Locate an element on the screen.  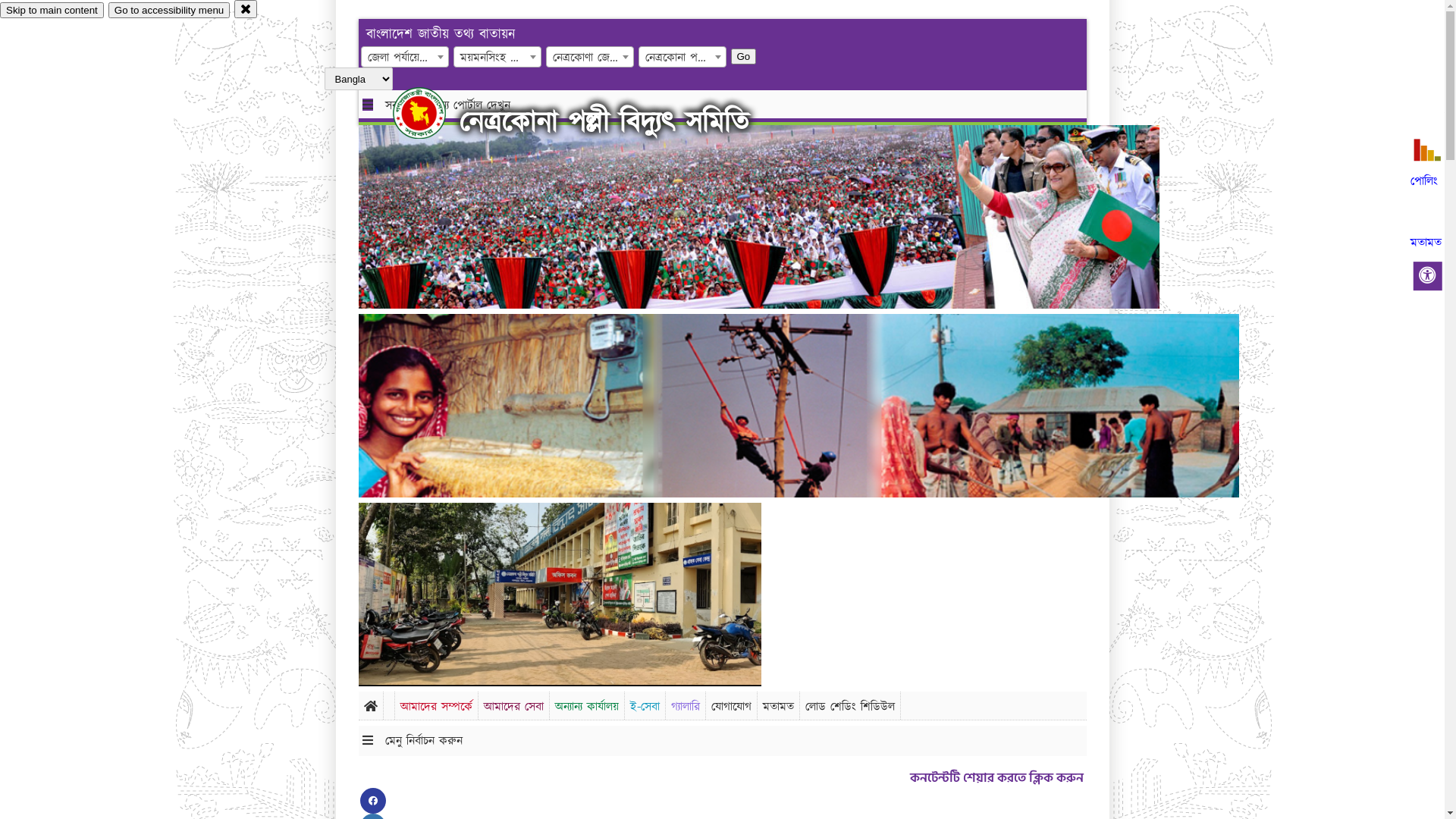
'Skip to main content' is located at coordinates (0, 10).